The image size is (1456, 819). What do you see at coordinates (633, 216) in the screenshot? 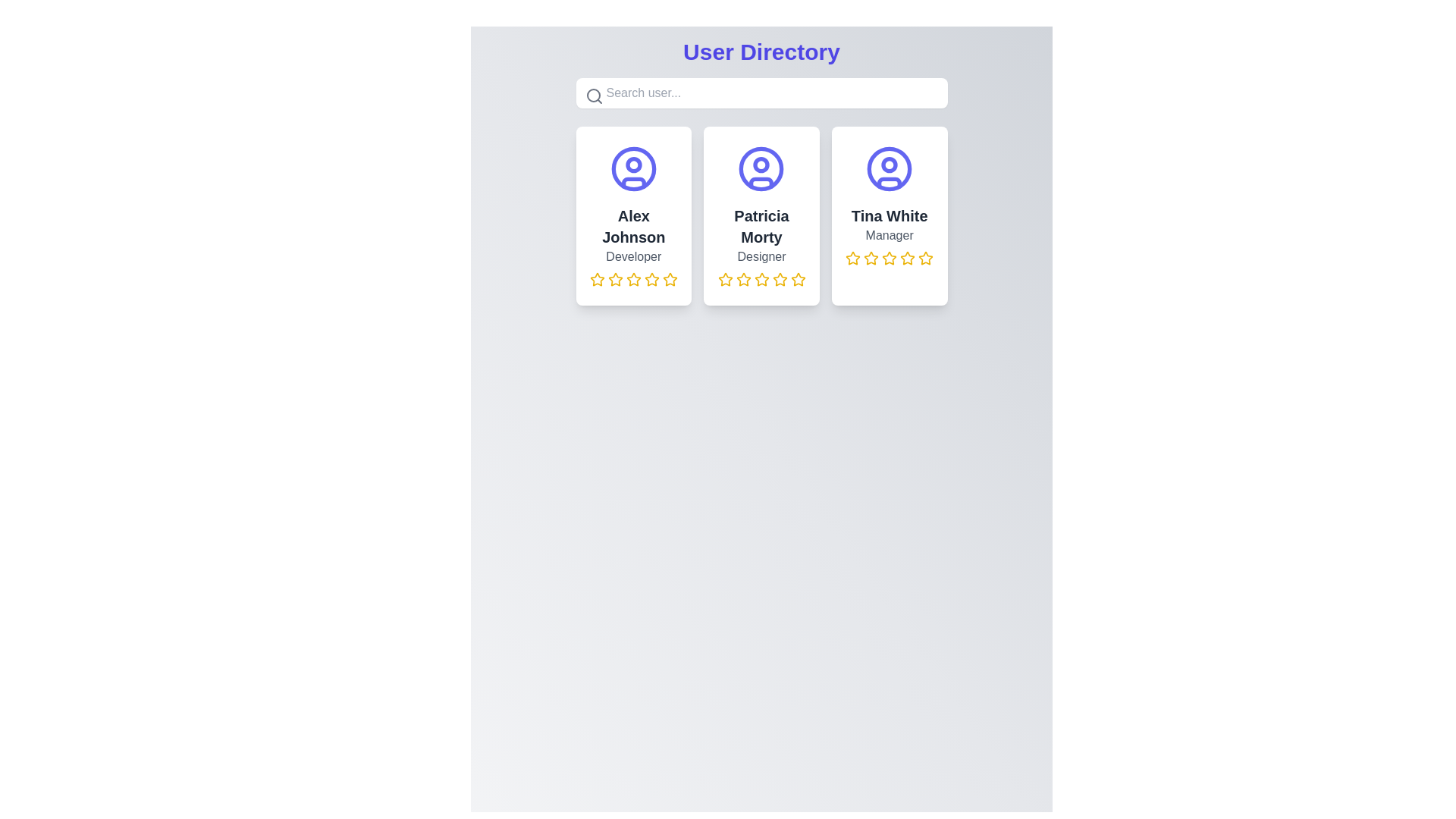
I see `information displayed on the user profile card for 'Alex Johnson', which is the first card in a three-card layout` at bounding box center [633, 216].